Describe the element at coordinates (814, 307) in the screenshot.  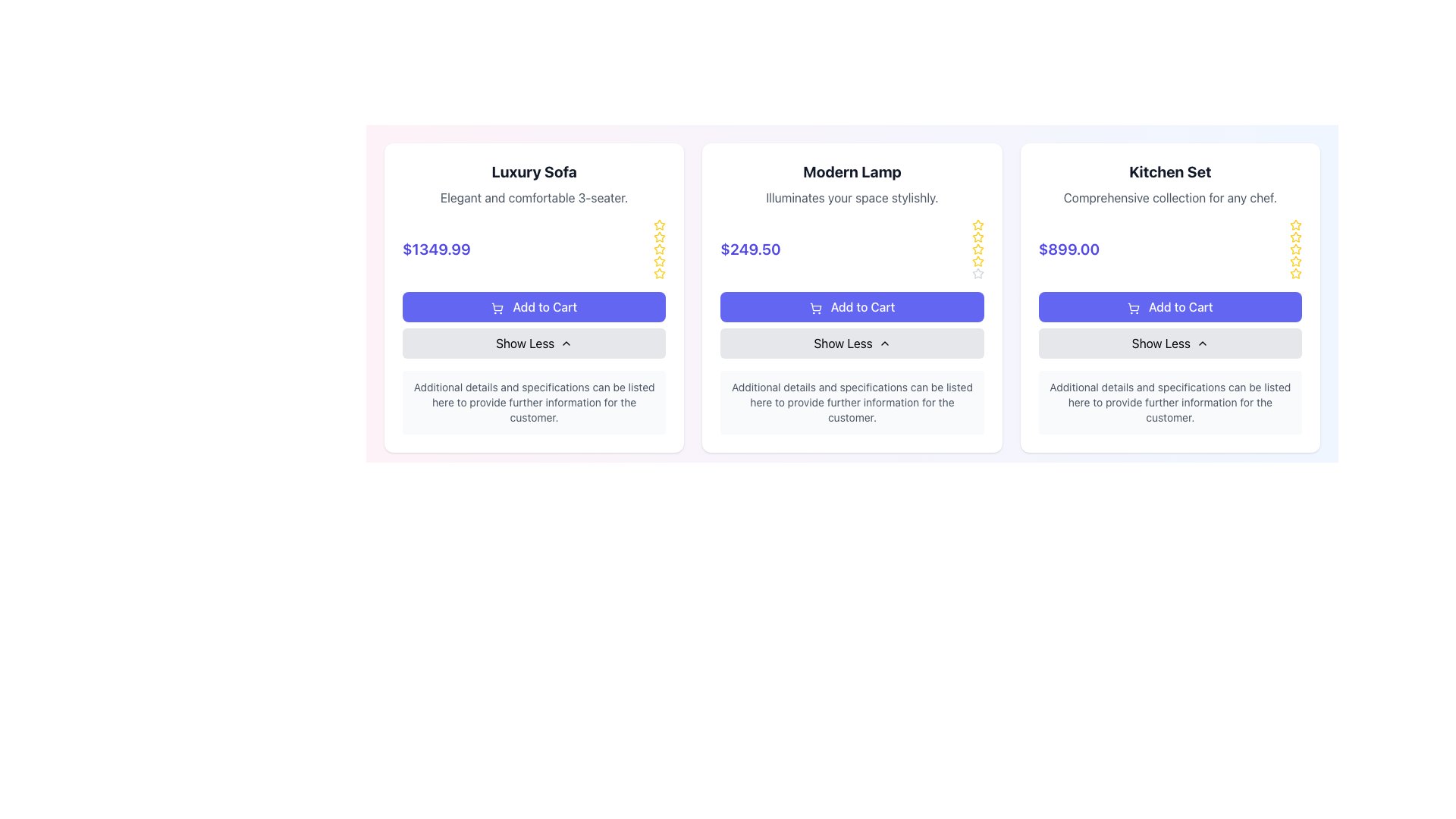
I see `the 'Add to Cart' button associated with the 'Modern Lamp'` at that location.